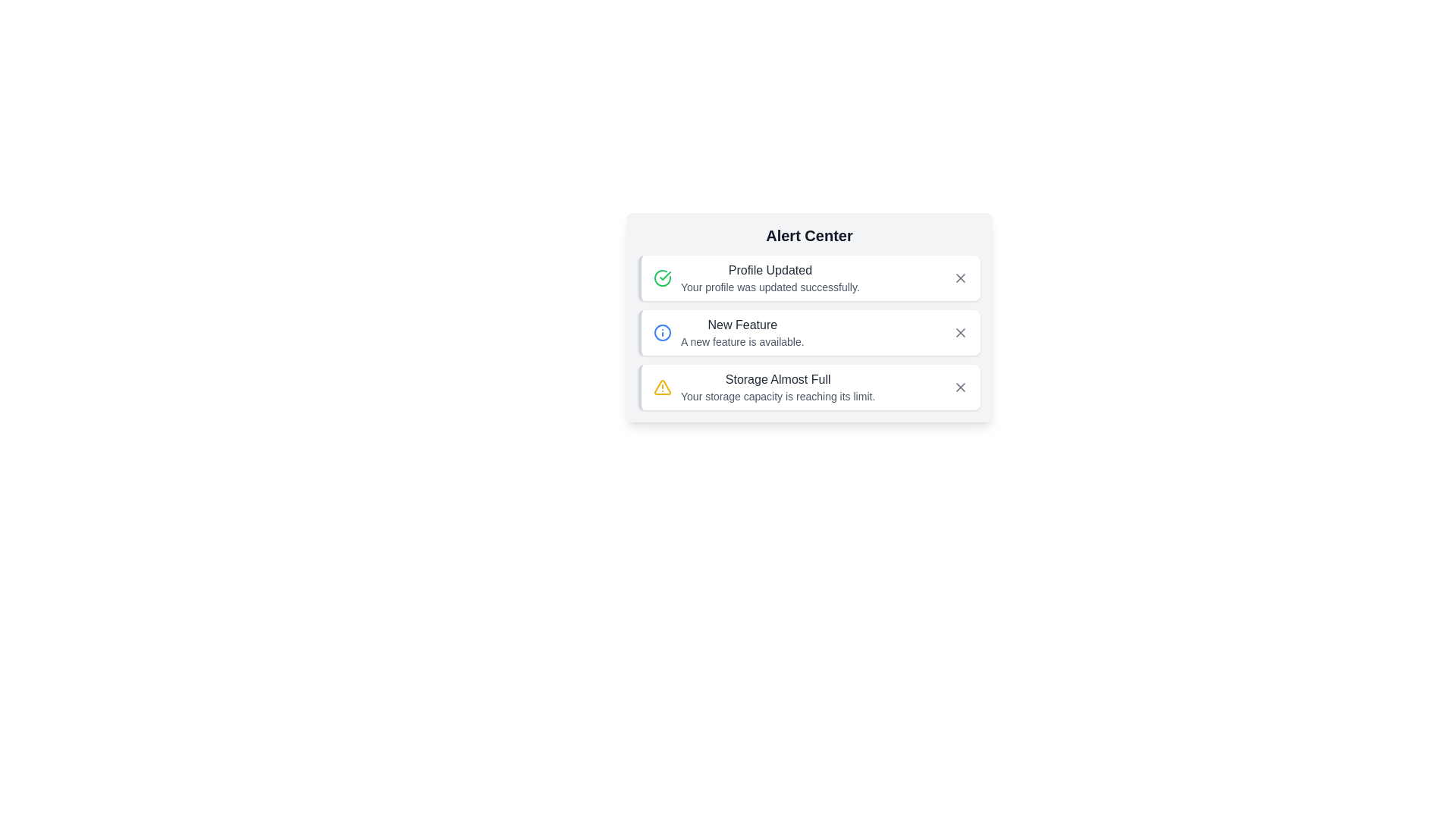  What do you see at coordinates (960, 278) in the screenshot?
I see `the close button icon (styled as an 'X') located at the far-right end of the alert item with the text 'Profile Updated' in the Alert Center panel` at bounding box center [960, 278].